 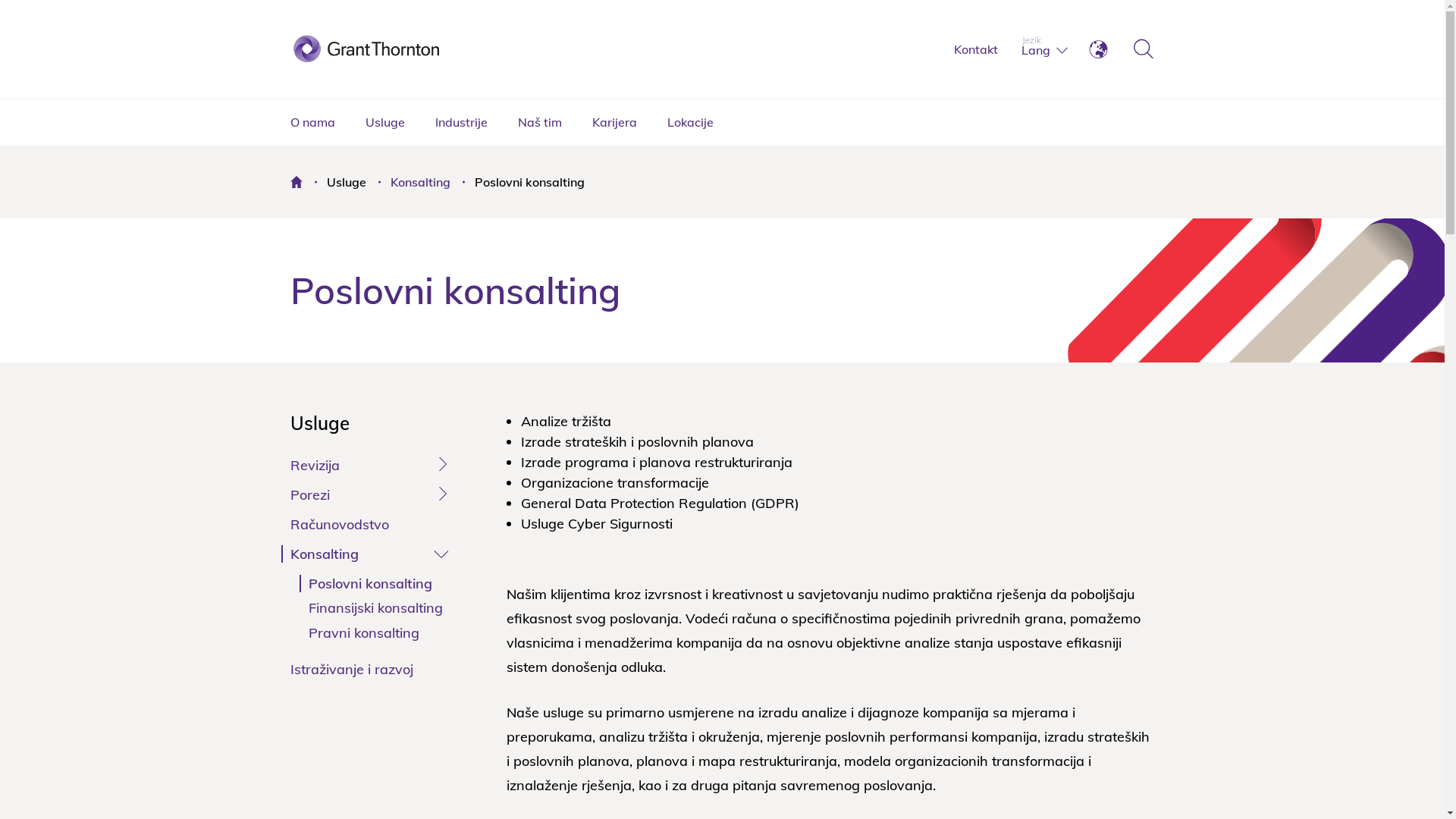 I want to click on 'Usluge', so click(x=385, y=121).